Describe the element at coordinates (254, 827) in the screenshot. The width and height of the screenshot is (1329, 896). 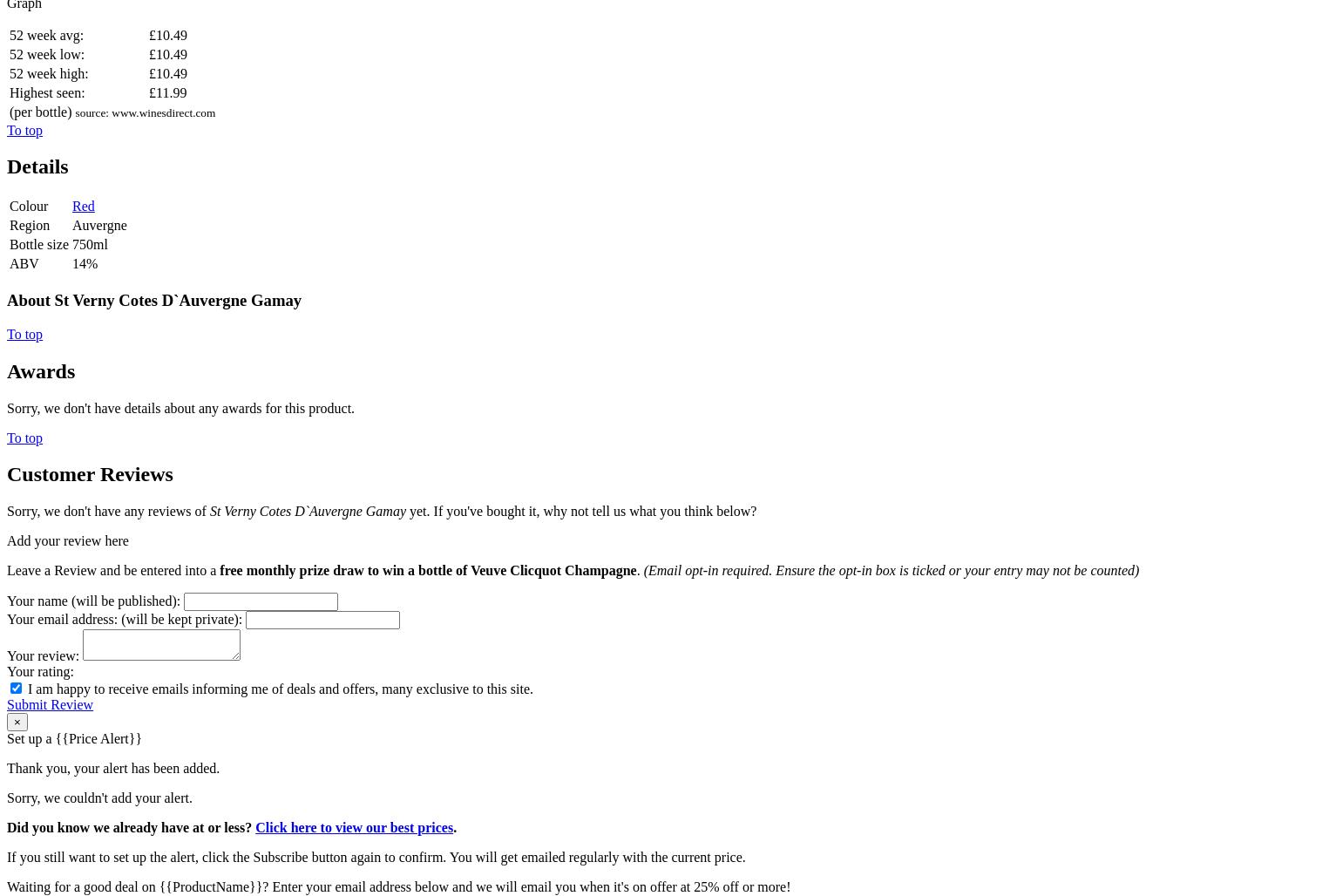
I see `'Click here to view our best prices'` at that location.